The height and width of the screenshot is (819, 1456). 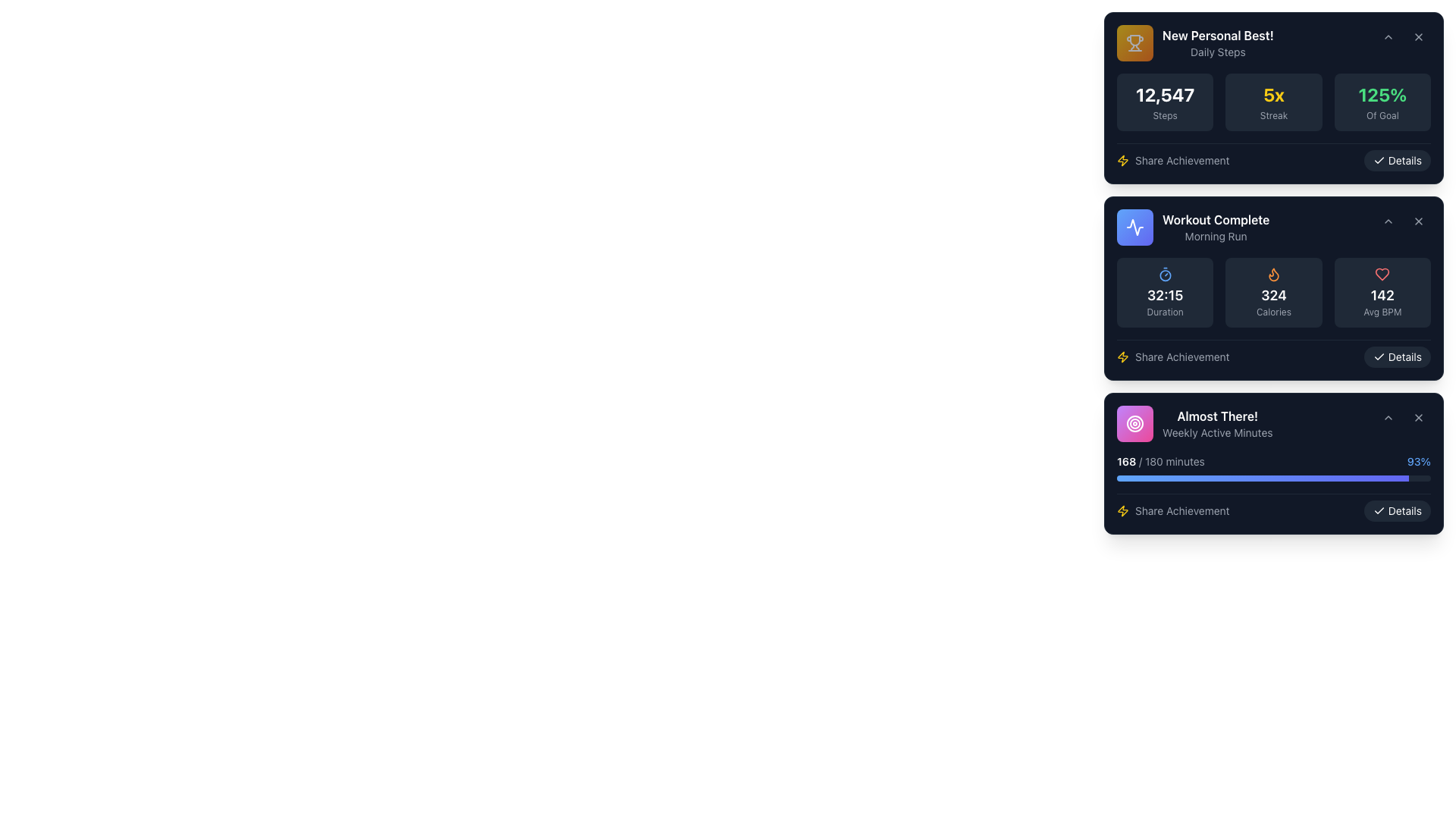 I want to click on the 'View Details' button located in the 'Share Achievement' section of the 'New Personal Best!' card, so click(x=1396, y=161).